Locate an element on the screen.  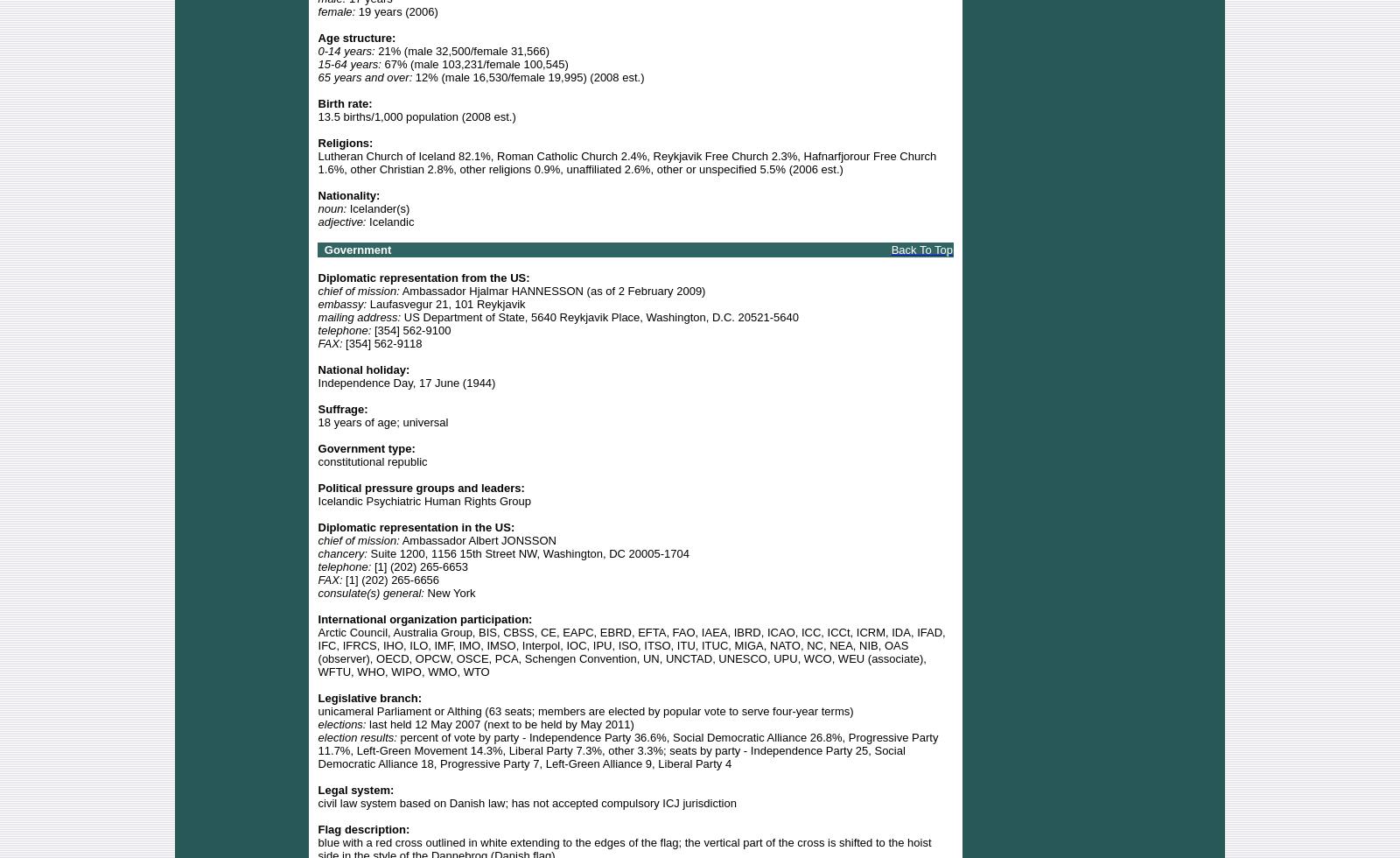
'percent of vote by party - Independence Party 36.6%, Social Democratic Alliance 26.8%, Progressive Party 11.7%, Left-Green Movement 14.3%, Liberal Party 7.3%, other 3.3%; seats by party - Independence Party 25, Social Democratic Alliance 18, Progressive Party 7, Left-Green Alliance 9, Liberal Party 4' is located at coordinates (627, 749).